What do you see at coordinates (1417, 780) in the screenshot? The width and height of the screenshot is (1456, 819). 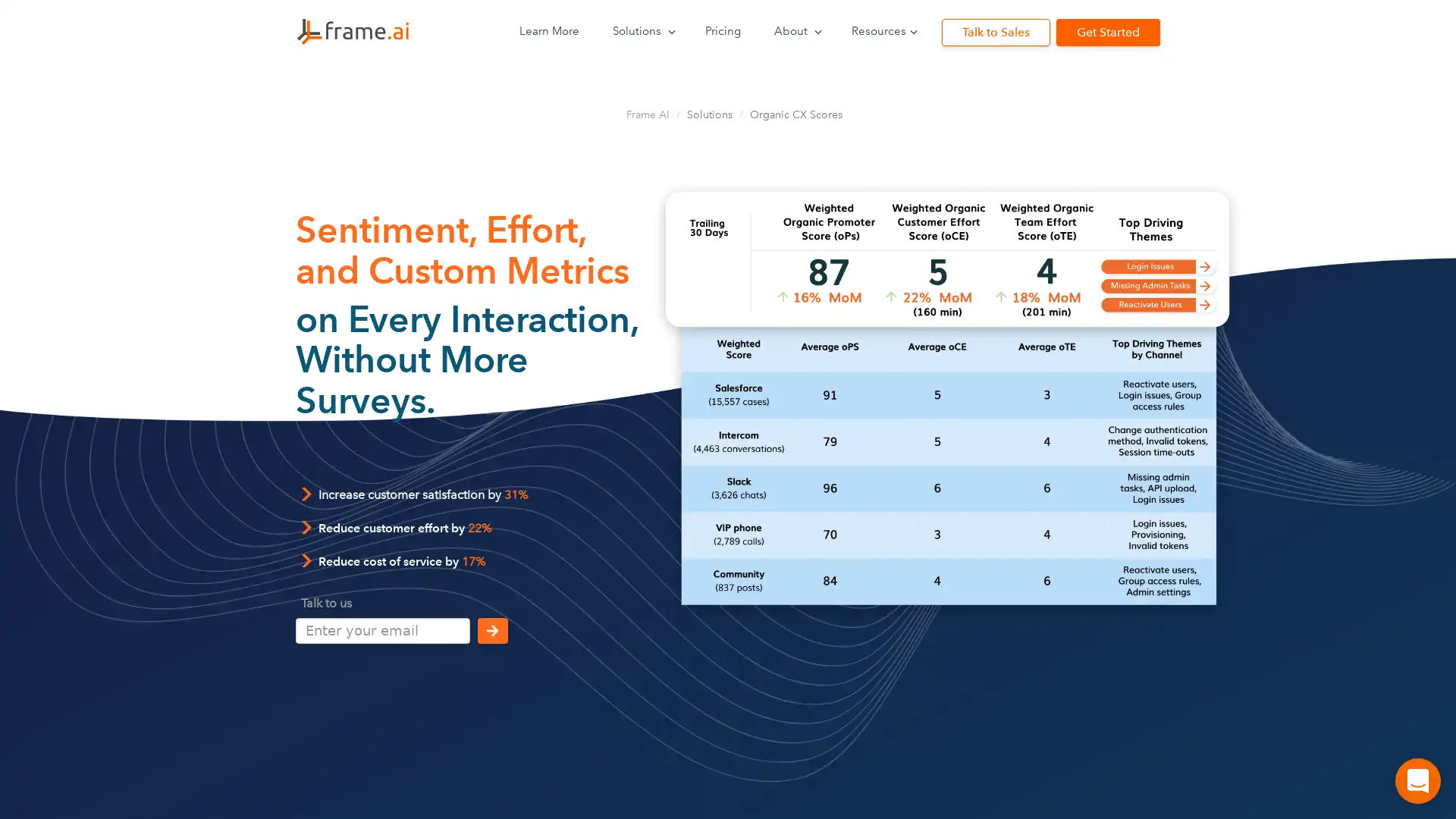 I see `Open Intercom Messenger` at bounding box center [1417, 780].